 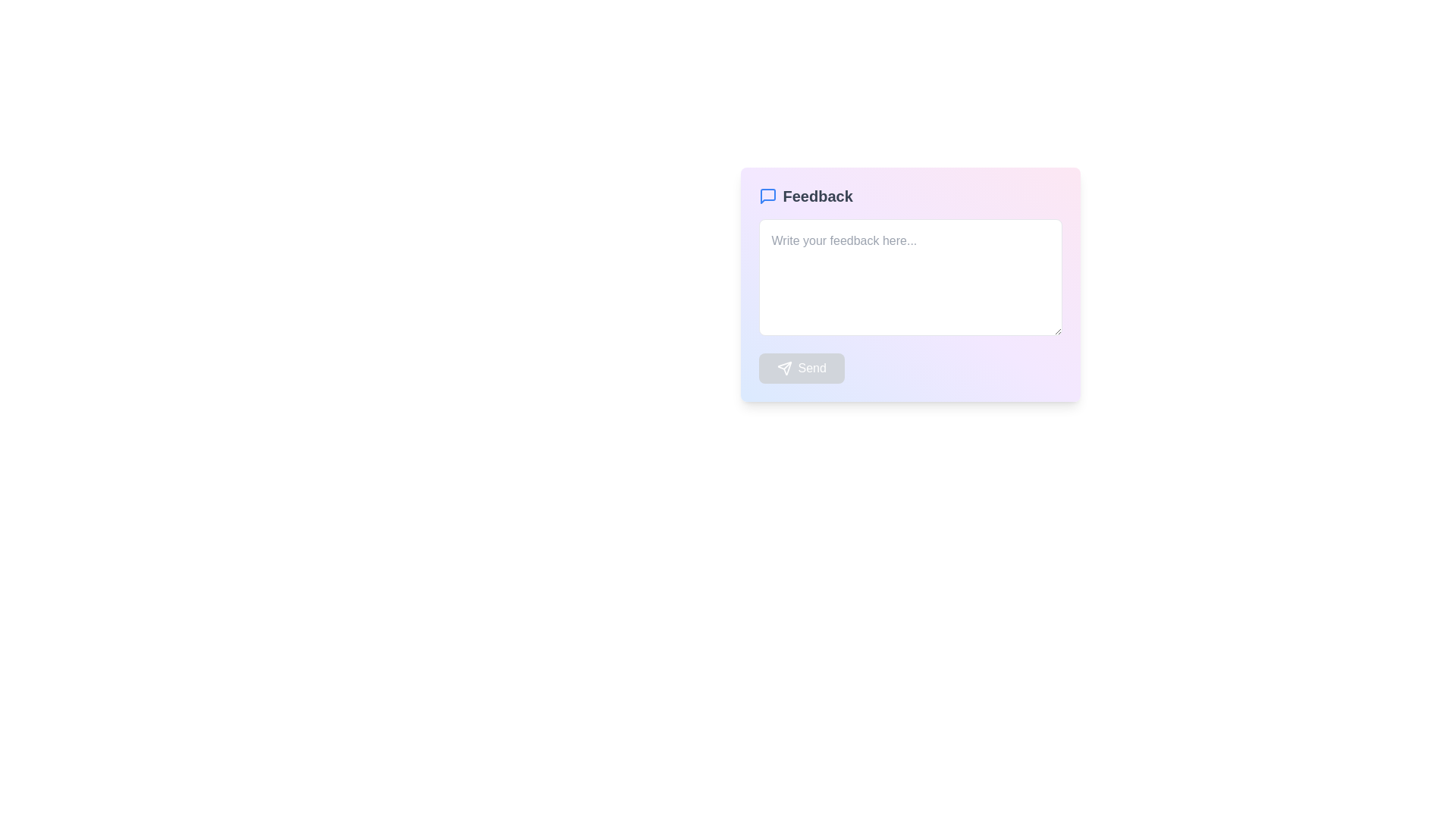 What do you see at coordinates (811, 369) in the screenshot?
I see `the button labeled for sending feedback, which is located towards the bottom-right corner of the feedback form, adjacent to a paper plane icon` at bounding box center [811, 369].